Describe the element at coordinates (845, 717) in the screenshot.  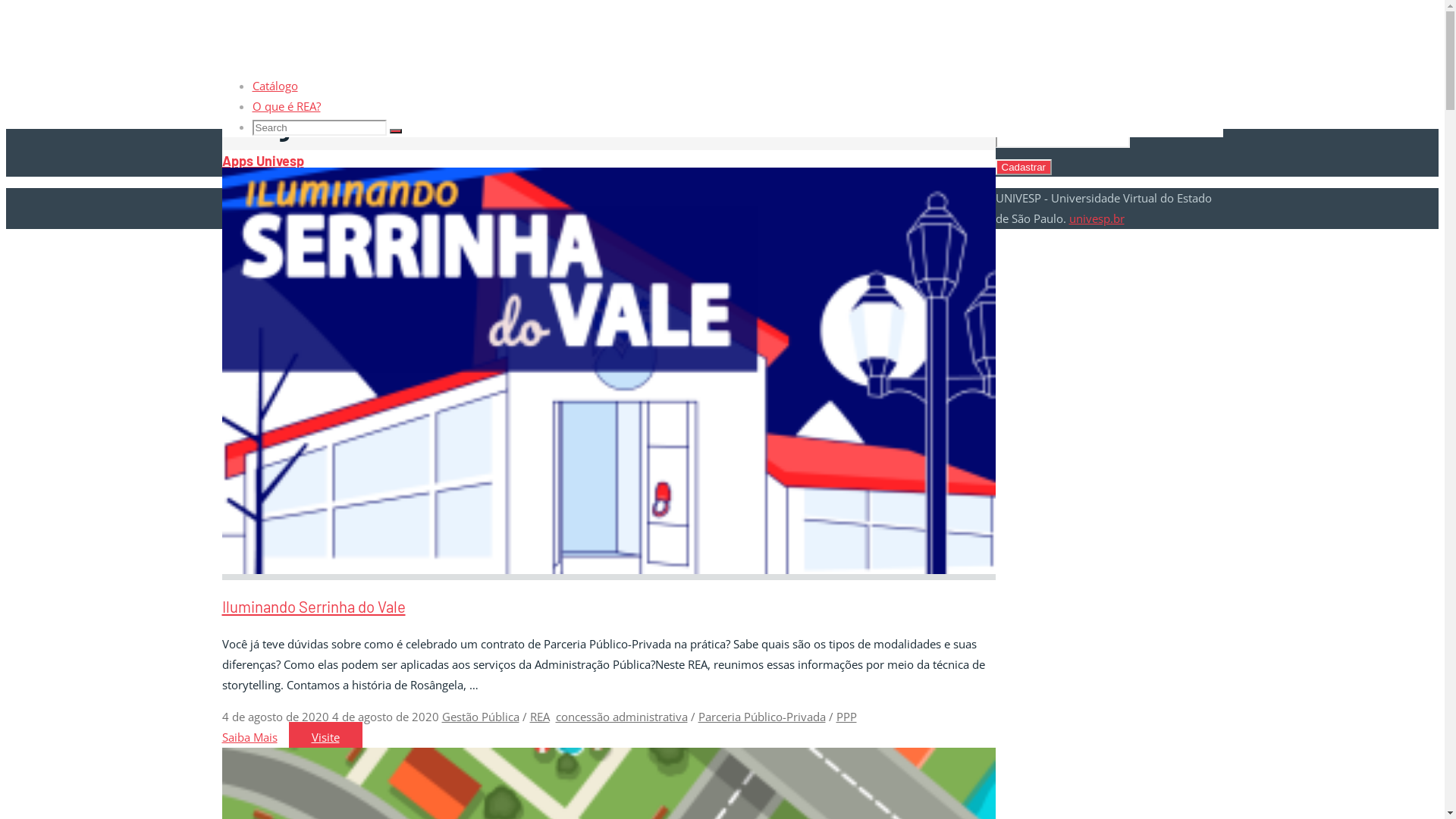
I see `'PPP'` at that location.